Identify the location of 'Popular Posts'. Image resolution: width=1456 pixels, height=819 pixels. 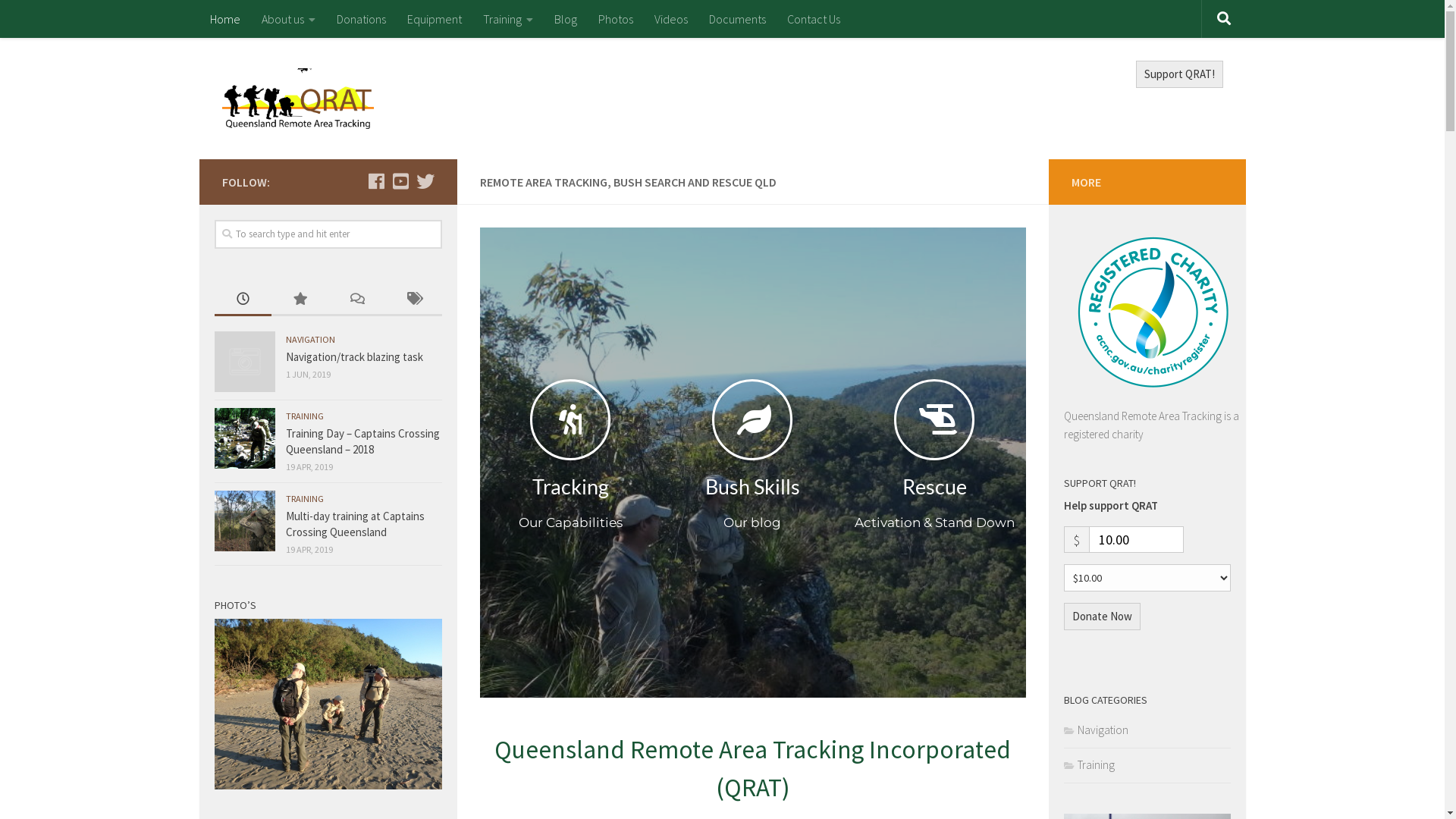
(271, 300).